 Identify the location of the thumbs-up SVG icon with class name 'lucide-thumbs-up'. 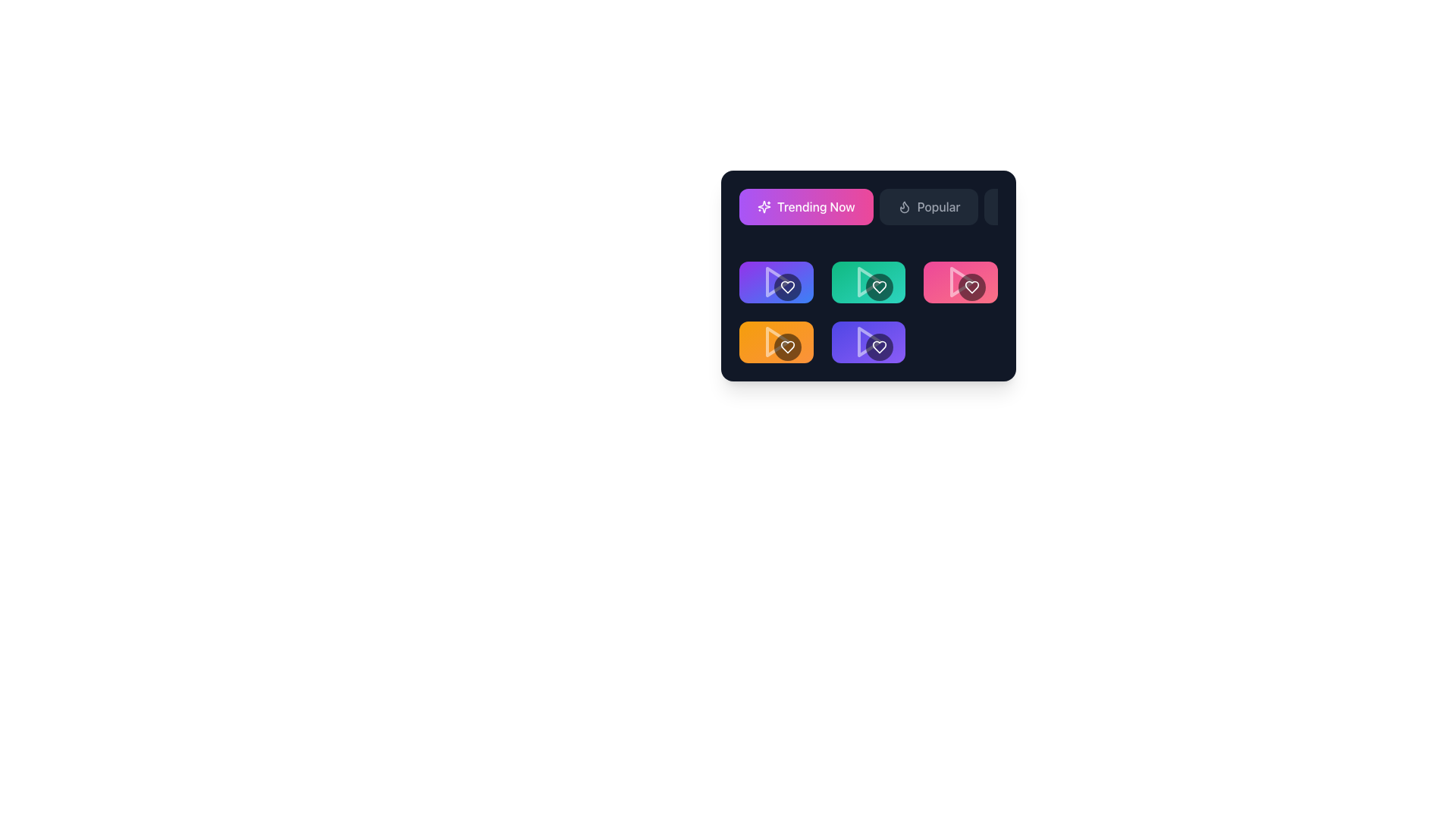
(769, 334).